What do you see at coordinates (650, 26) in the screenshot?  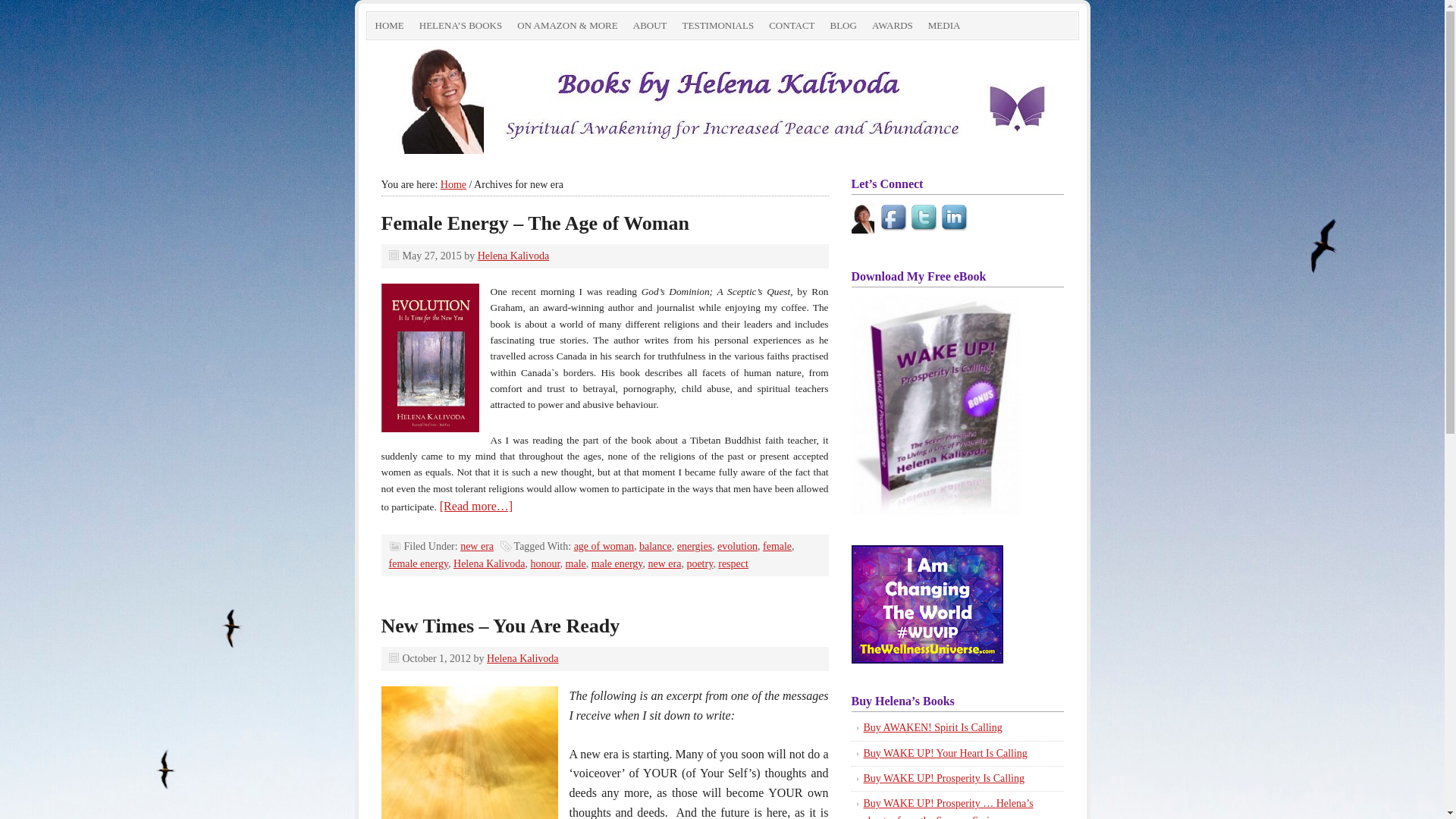 I see `'ABOUT'` at bounding box center [650, 26].